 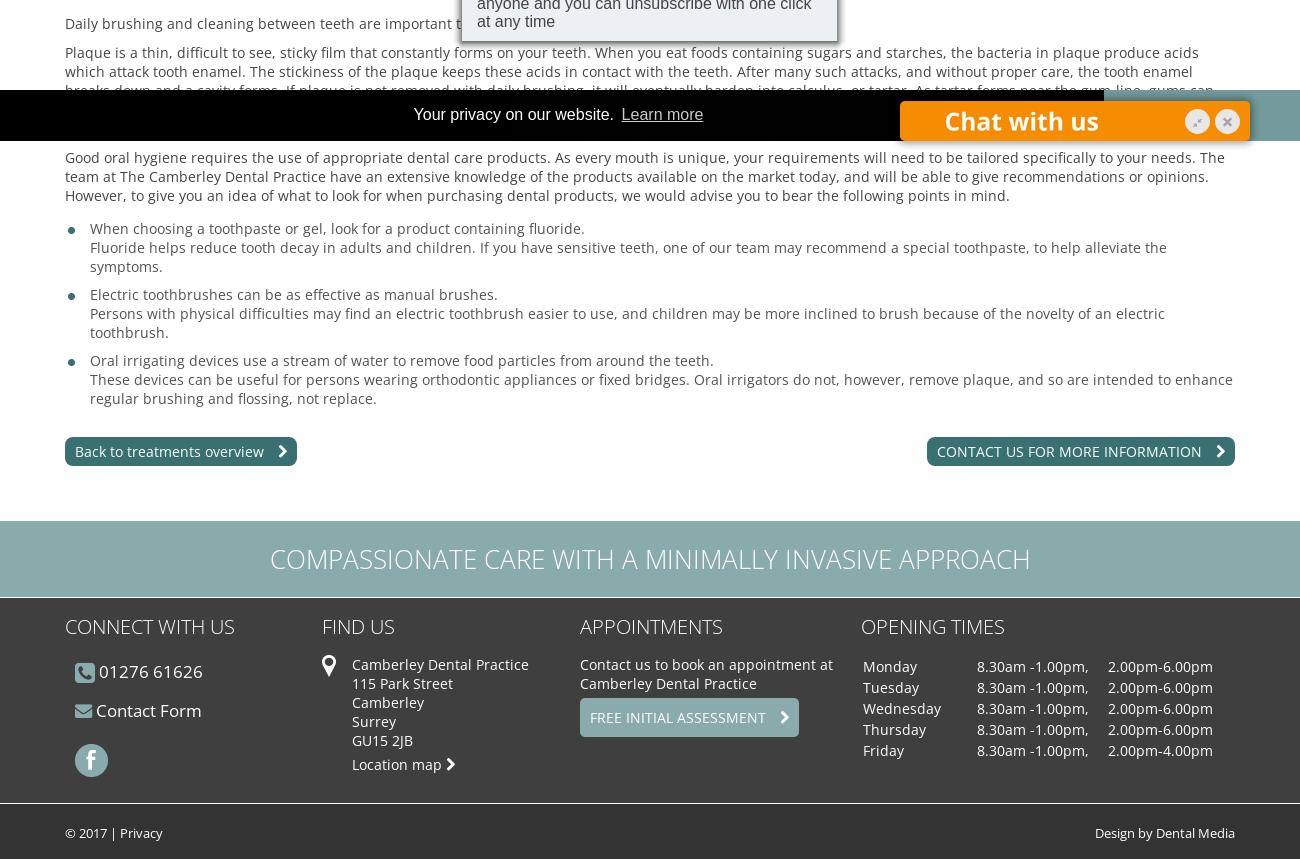 I want to click on 'Your privacy on our website.', so click(x=515, y=114).